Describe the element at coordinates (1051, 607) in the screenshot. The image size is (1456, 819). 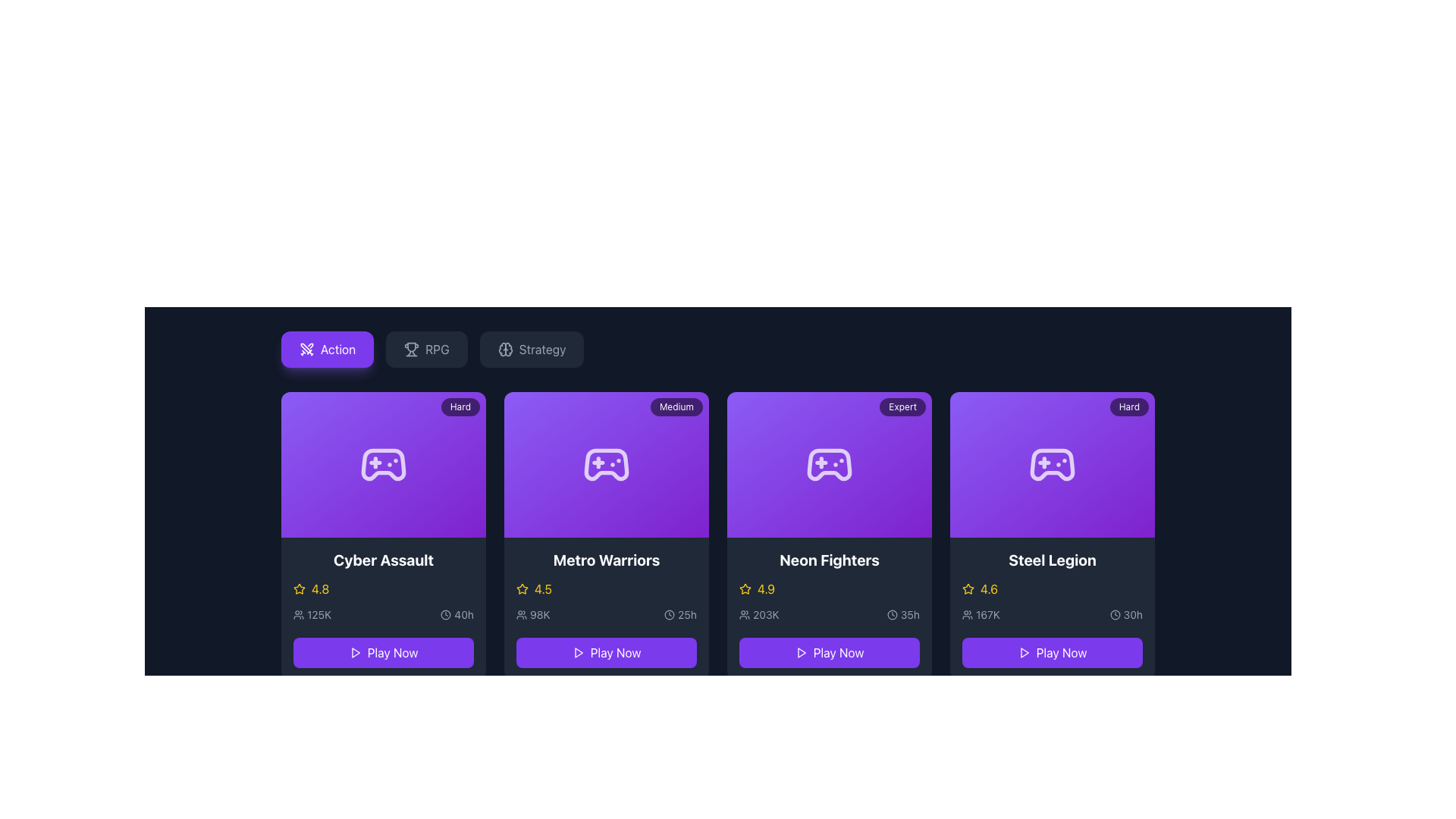
I see `game's rating '4.6' and user statistics '167K' from the Game Information Card titled 'Steel Legion', which is the fourth card in the grid layout and features a 'Hard' difficulty badge in the top-right corner` at that location.